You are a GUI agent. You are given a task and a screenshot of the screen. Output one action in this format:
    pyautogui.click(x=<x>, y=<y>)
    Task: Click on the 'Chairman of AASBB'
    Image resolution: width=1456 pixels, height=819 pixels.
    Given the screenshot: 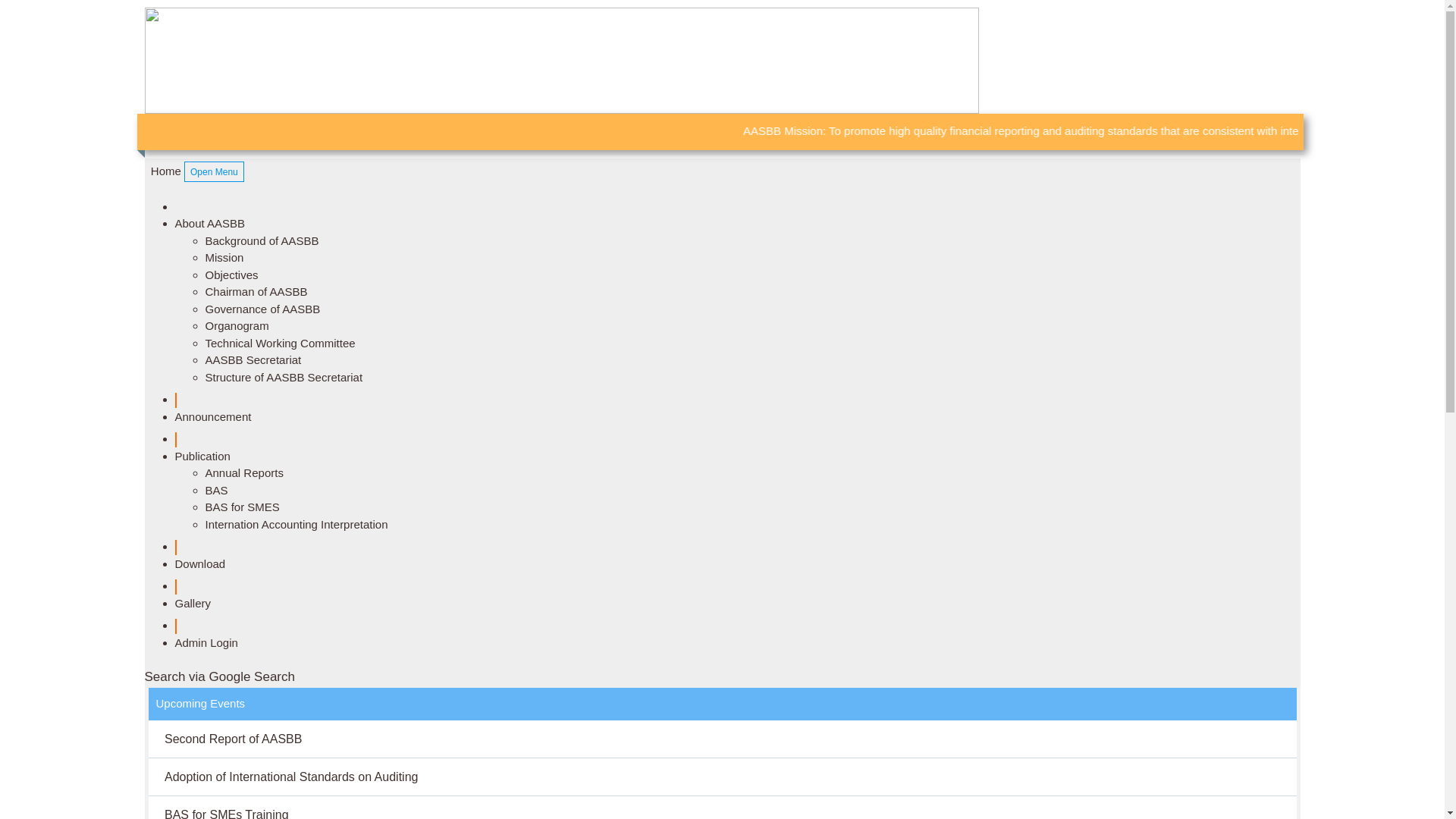 What is the action you would take?
    pyautogui.click(x=256, y=291)
    